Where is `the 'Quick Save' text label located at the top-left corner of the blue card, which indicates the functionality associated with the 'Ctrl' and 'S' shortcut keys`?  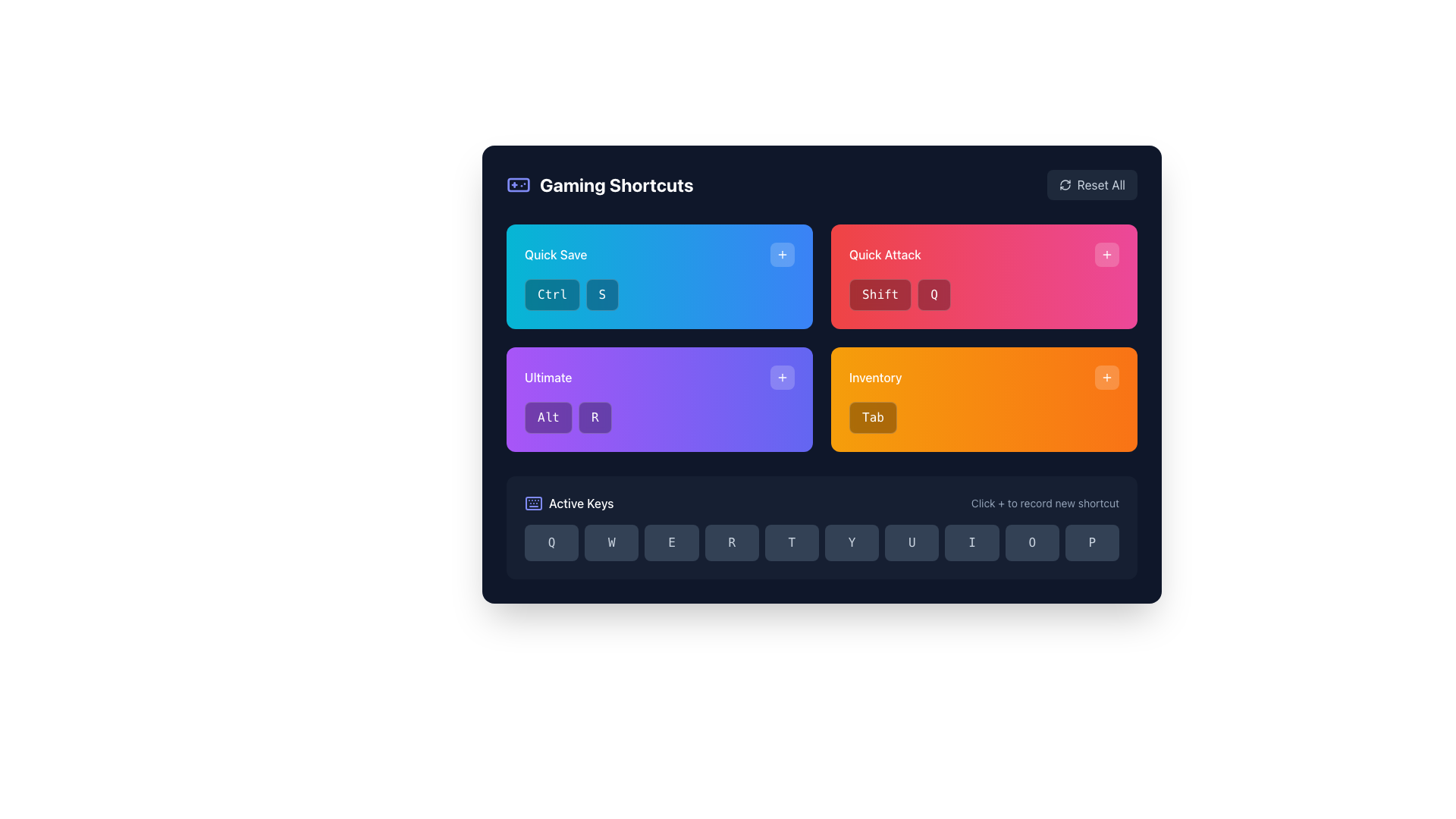
the 'Quick Save' text label located at the top-left corner of the blue card, which indicates the functionality associated with the 'Ctrl' and 'S' shortcut keys is located at coordinates (555, 253).